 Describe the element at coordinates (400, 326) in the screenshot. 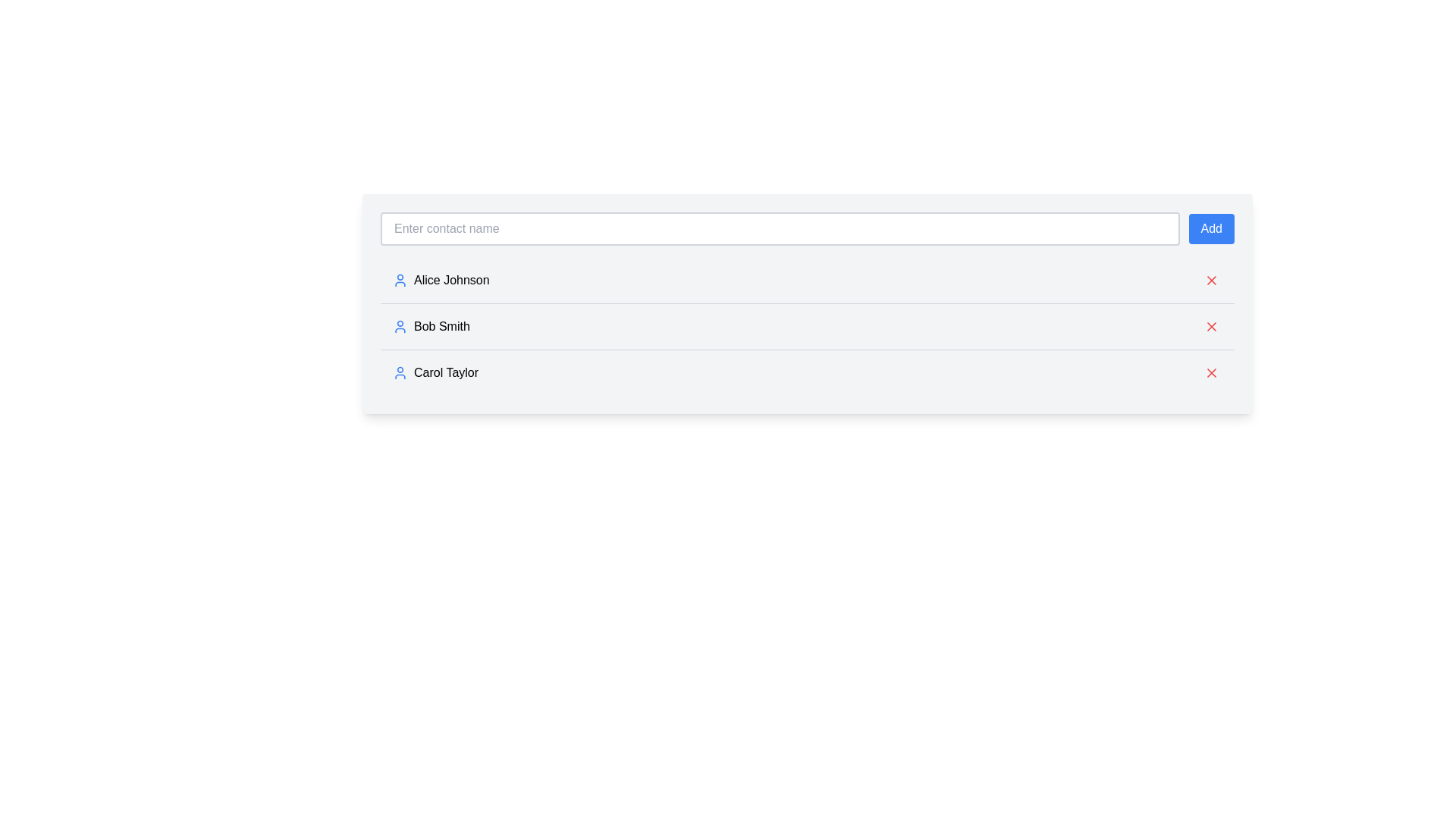

I see `the user profile silhouette icon, which is styled with a round head and a curved body outline in blue color, located to the left of the text 'Bob Smith'` at that location.